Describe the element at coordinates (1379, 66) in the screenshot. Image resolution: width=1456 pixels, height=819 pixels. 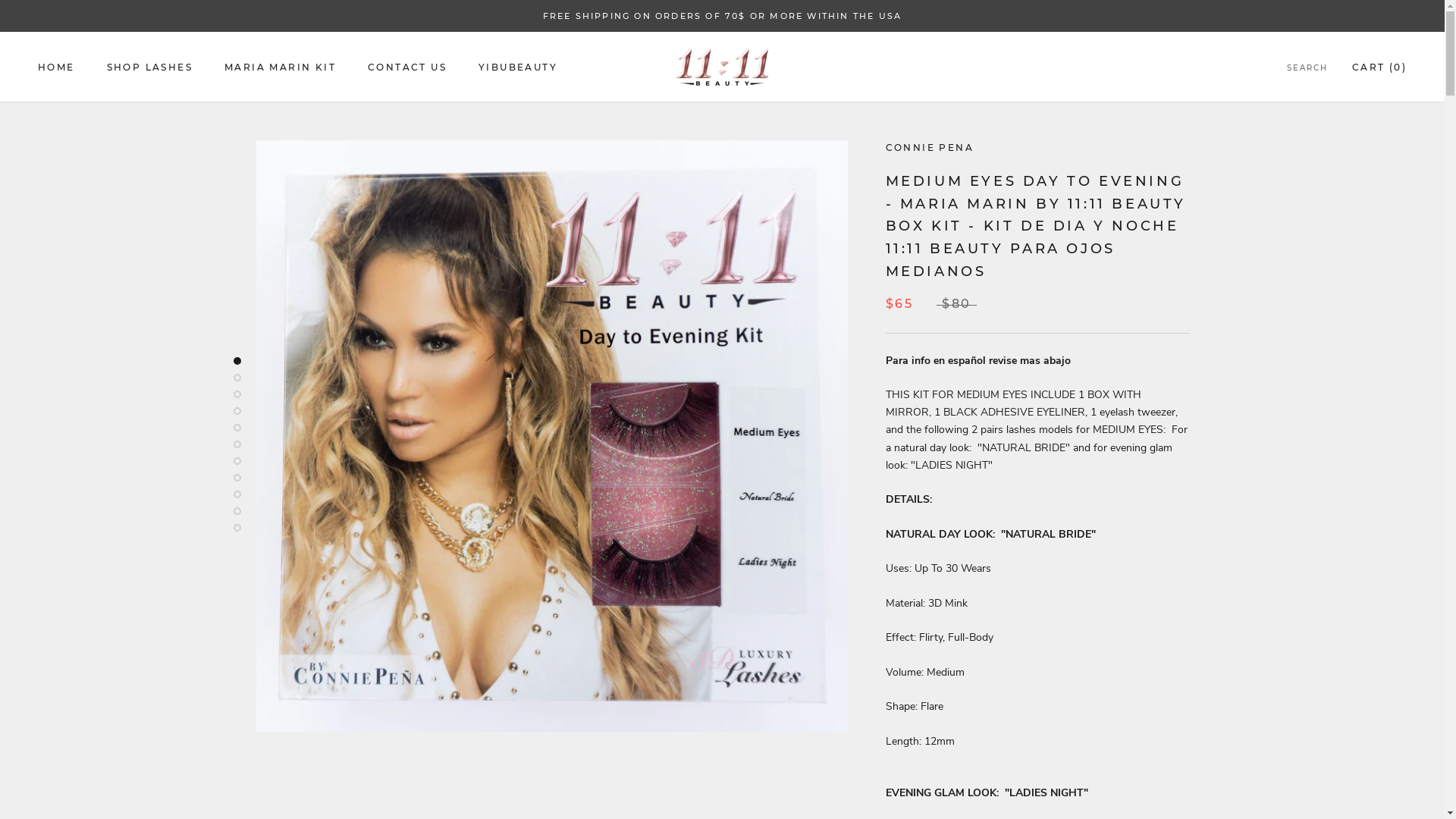
I see `'CART (0)'` at that location.